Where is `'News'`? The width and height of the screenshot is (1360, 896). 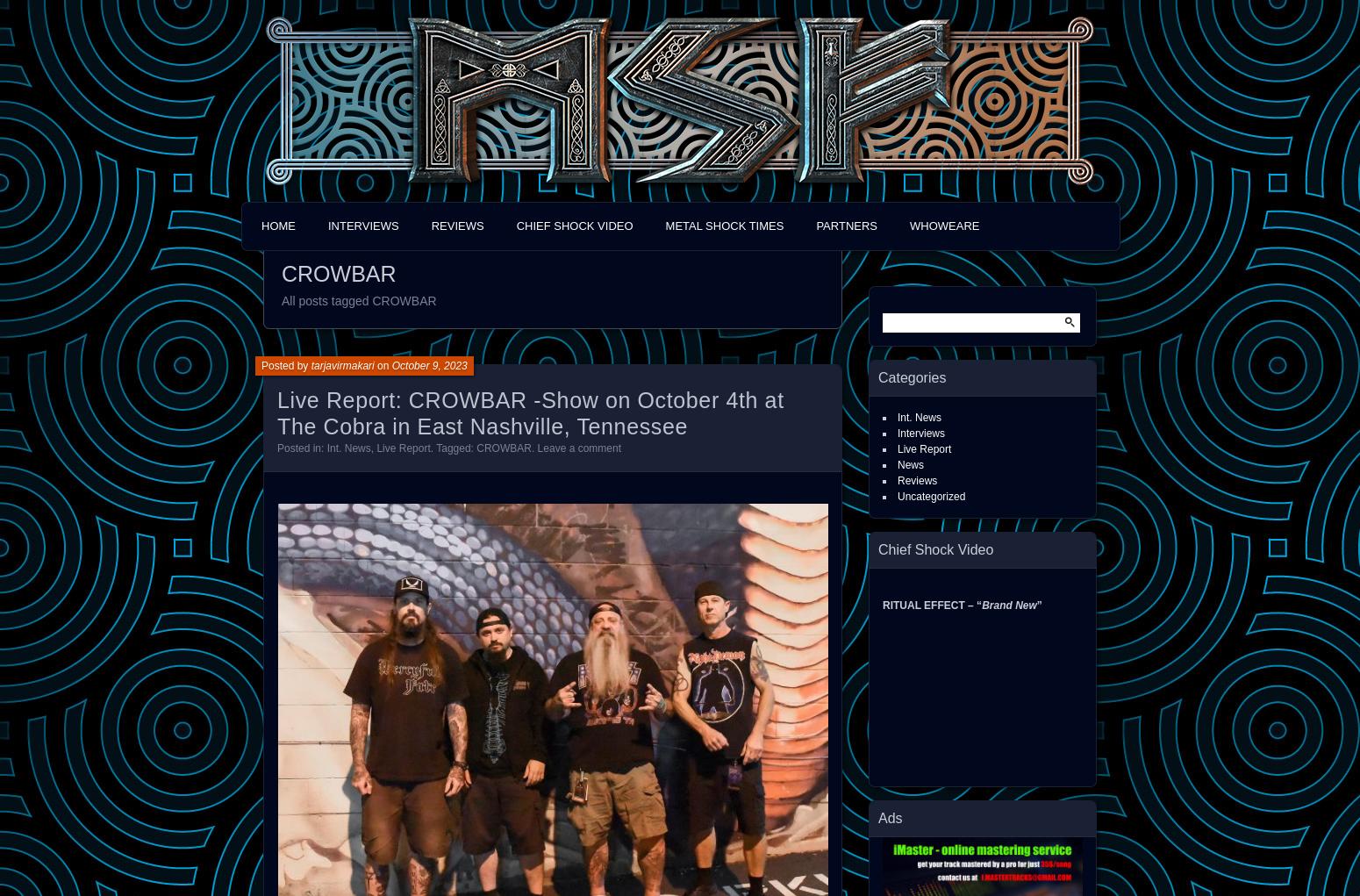
'News' is located at coordinates (911, 465).